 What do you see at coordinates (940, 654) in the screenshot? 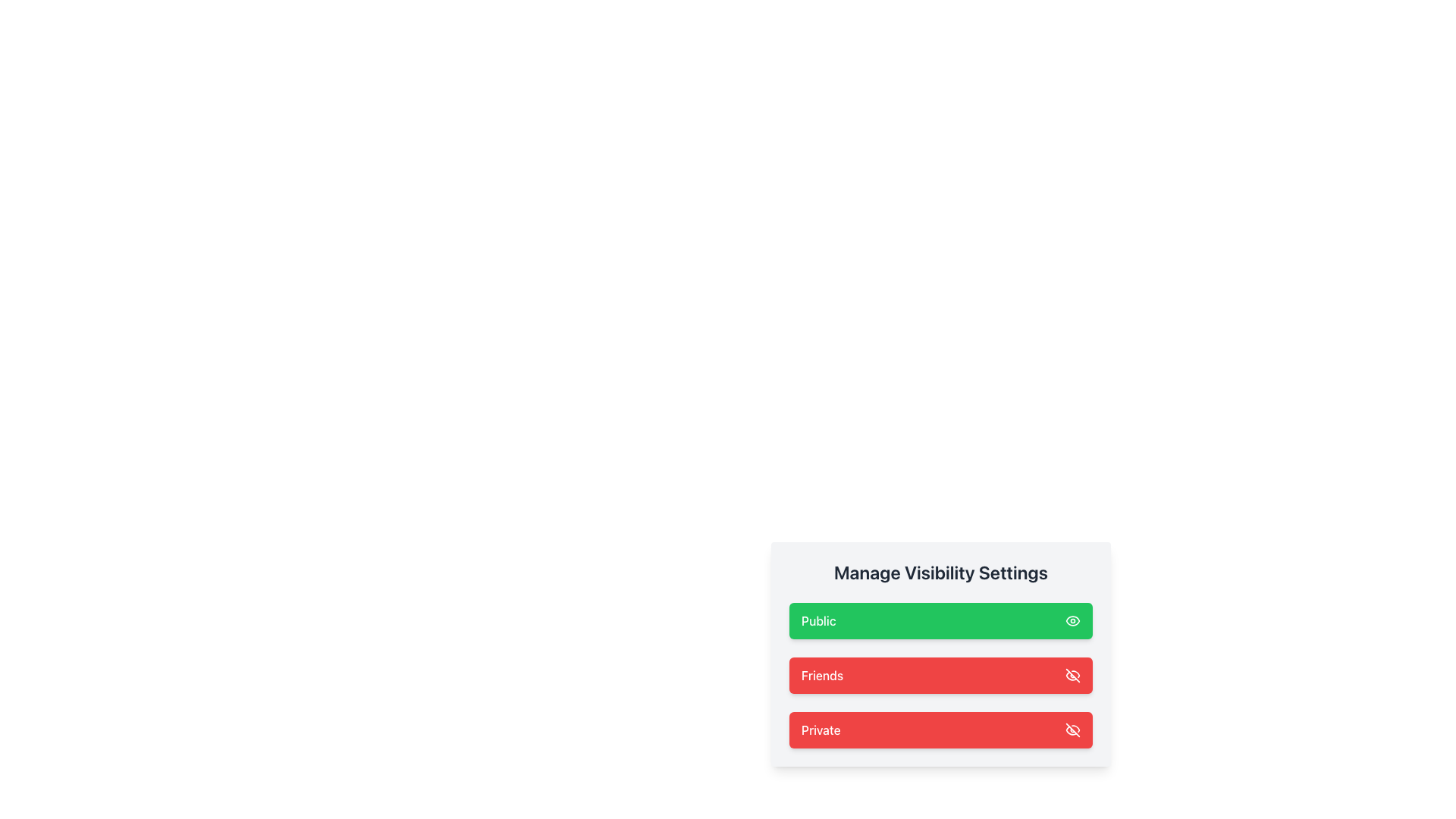
I see `the Card component for managing visibility settings, which contains three vertically arranged buttons including the 'Friends' button in the center` at bounding box center [940, 654].